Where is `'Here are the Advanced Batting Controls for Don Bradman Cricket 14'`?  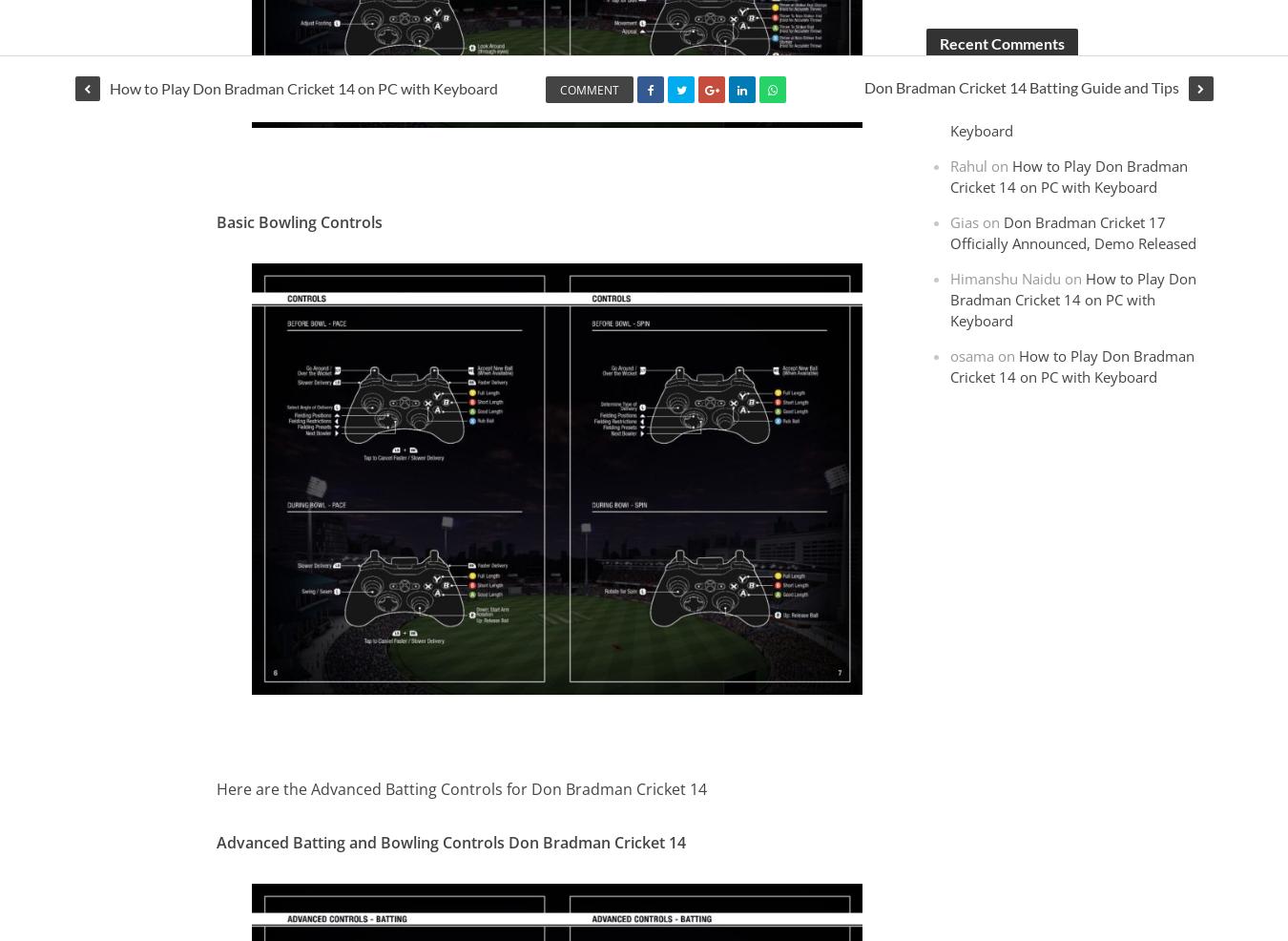
'Here are the Advanced Batting Controls for Don Bradman Cricket 14' is located at coordinates (460, 787).